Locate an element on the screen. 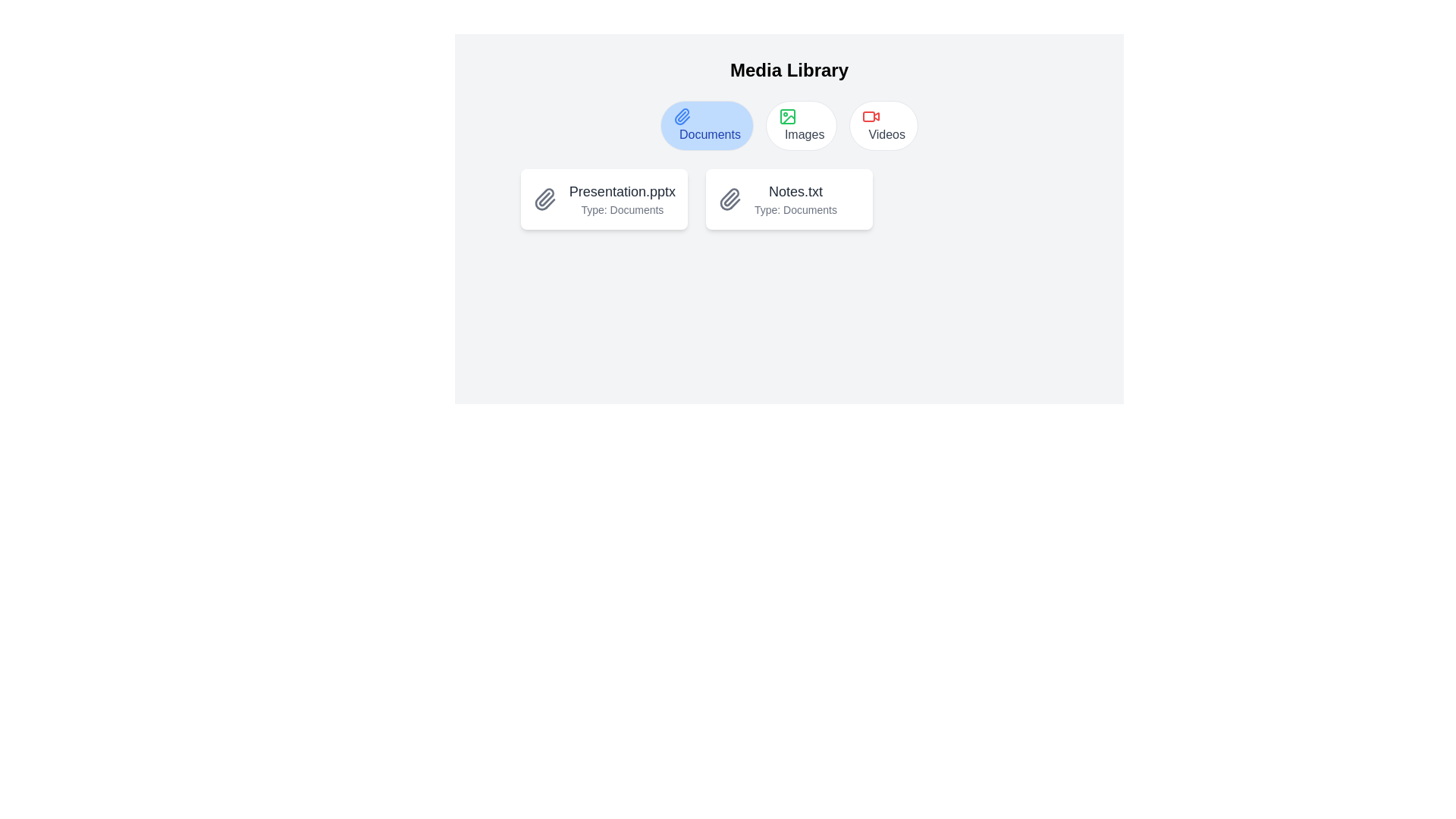 This screenshot has width=1456, height=819. the 'Presentation.pptx' text display card within the Documents section of the Media Library is located at coordinates (622, 198).